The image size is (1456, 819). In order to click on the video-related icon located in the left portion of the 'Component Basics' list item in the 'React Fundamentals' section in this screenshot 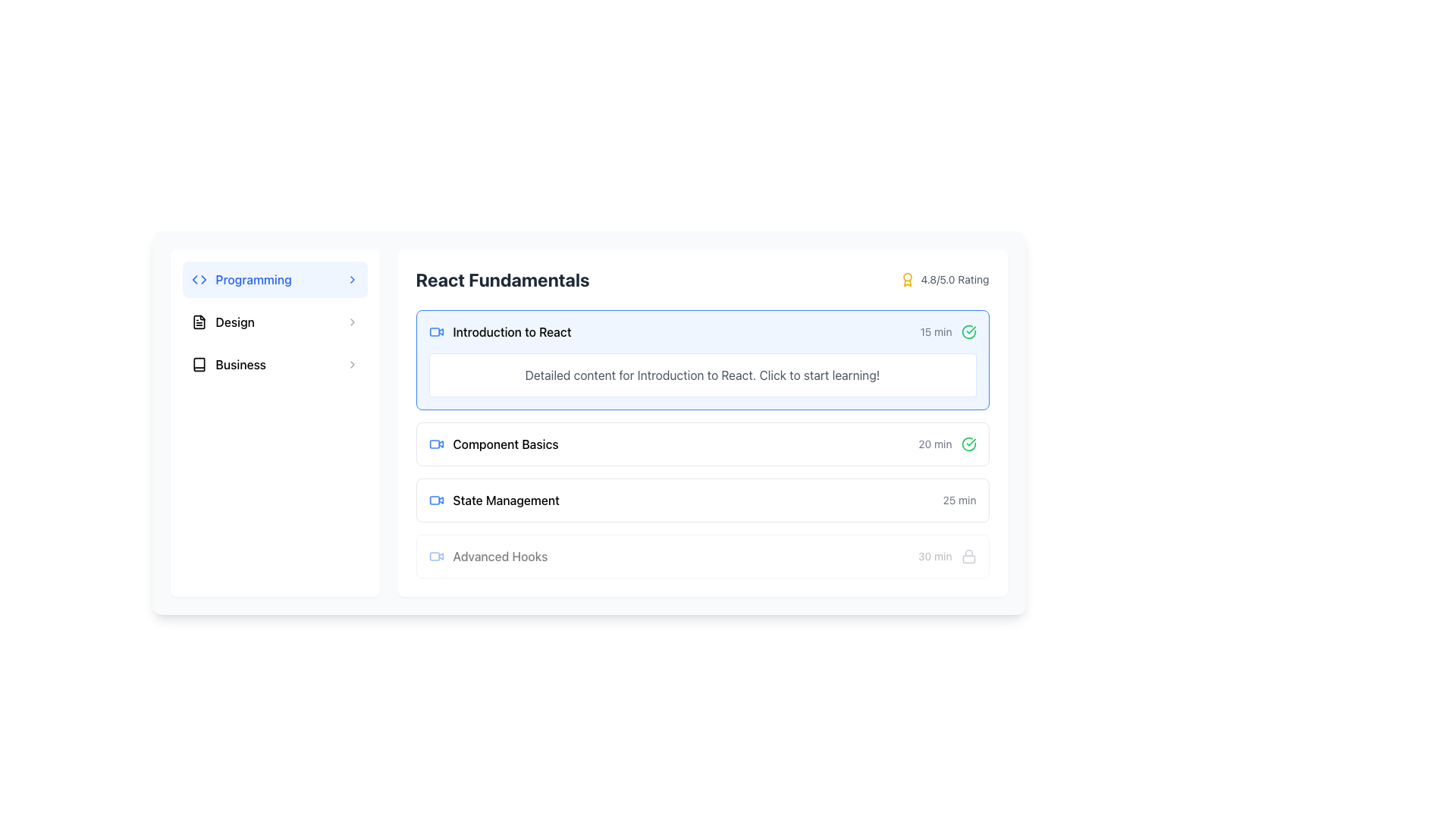, I will do `click(435, 444)`.